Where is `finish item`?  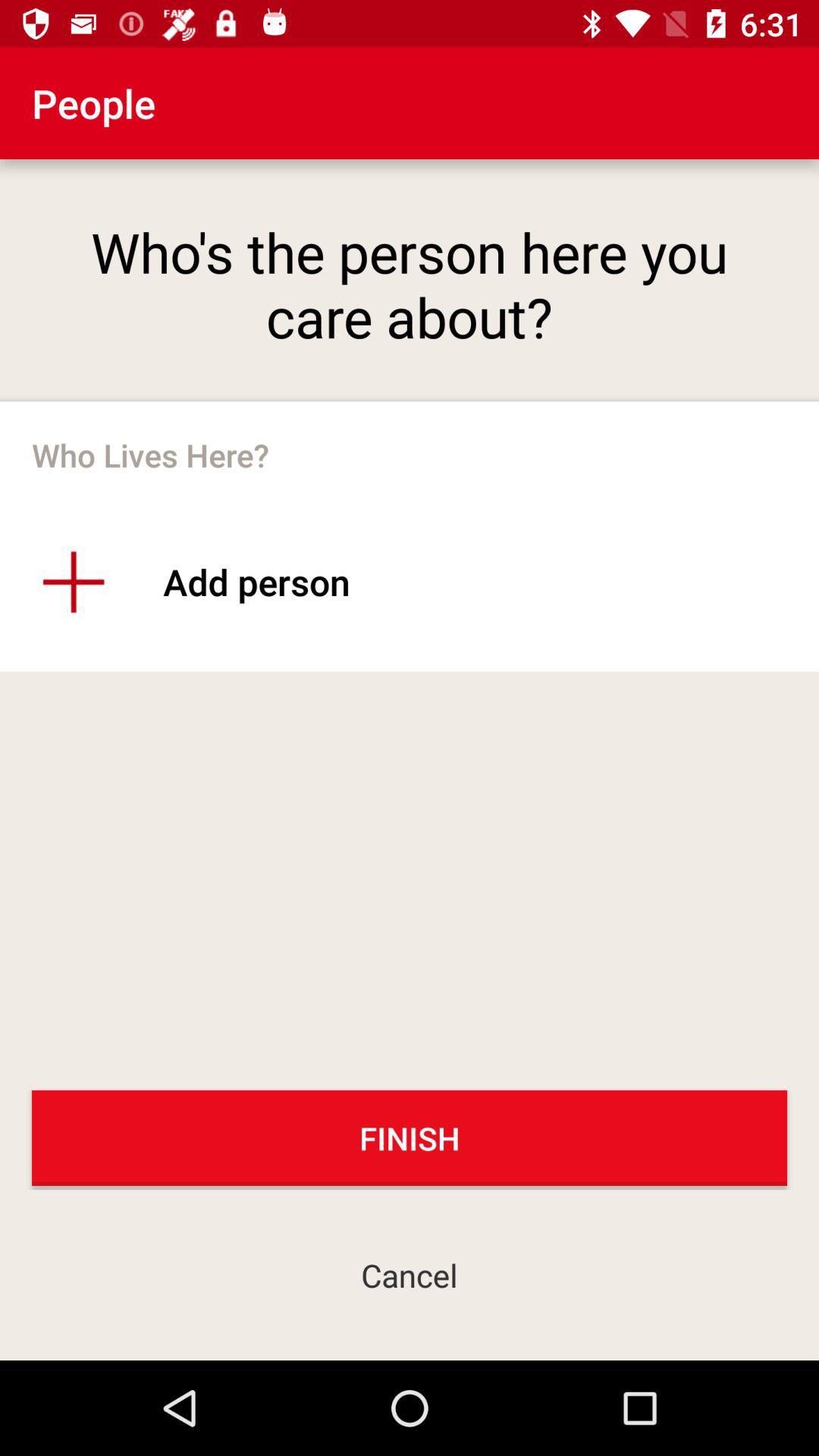
finish item is located at coordinates (409, 1137).